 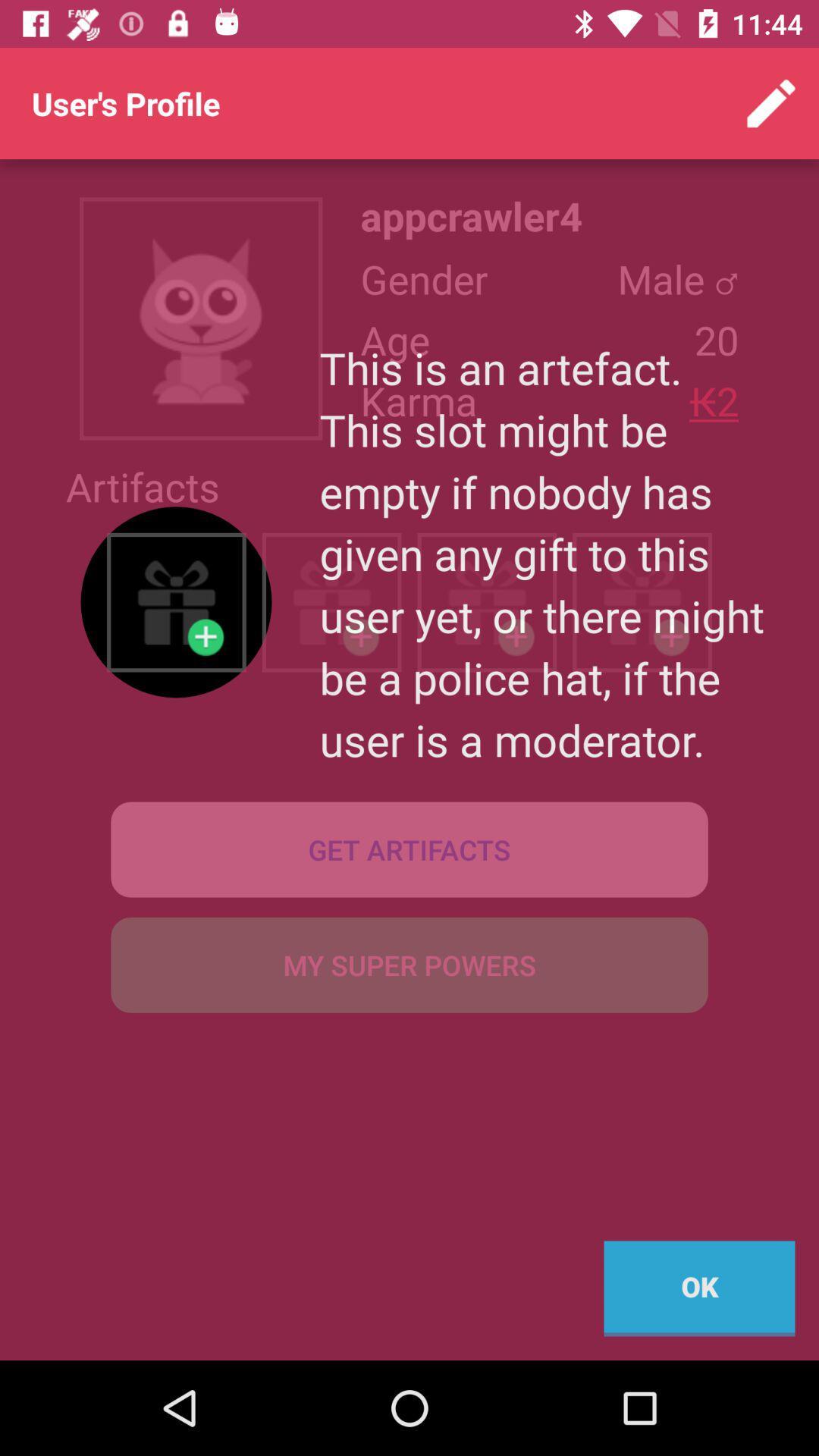 I want to click on the gift icon, so click(x=175, y=601).